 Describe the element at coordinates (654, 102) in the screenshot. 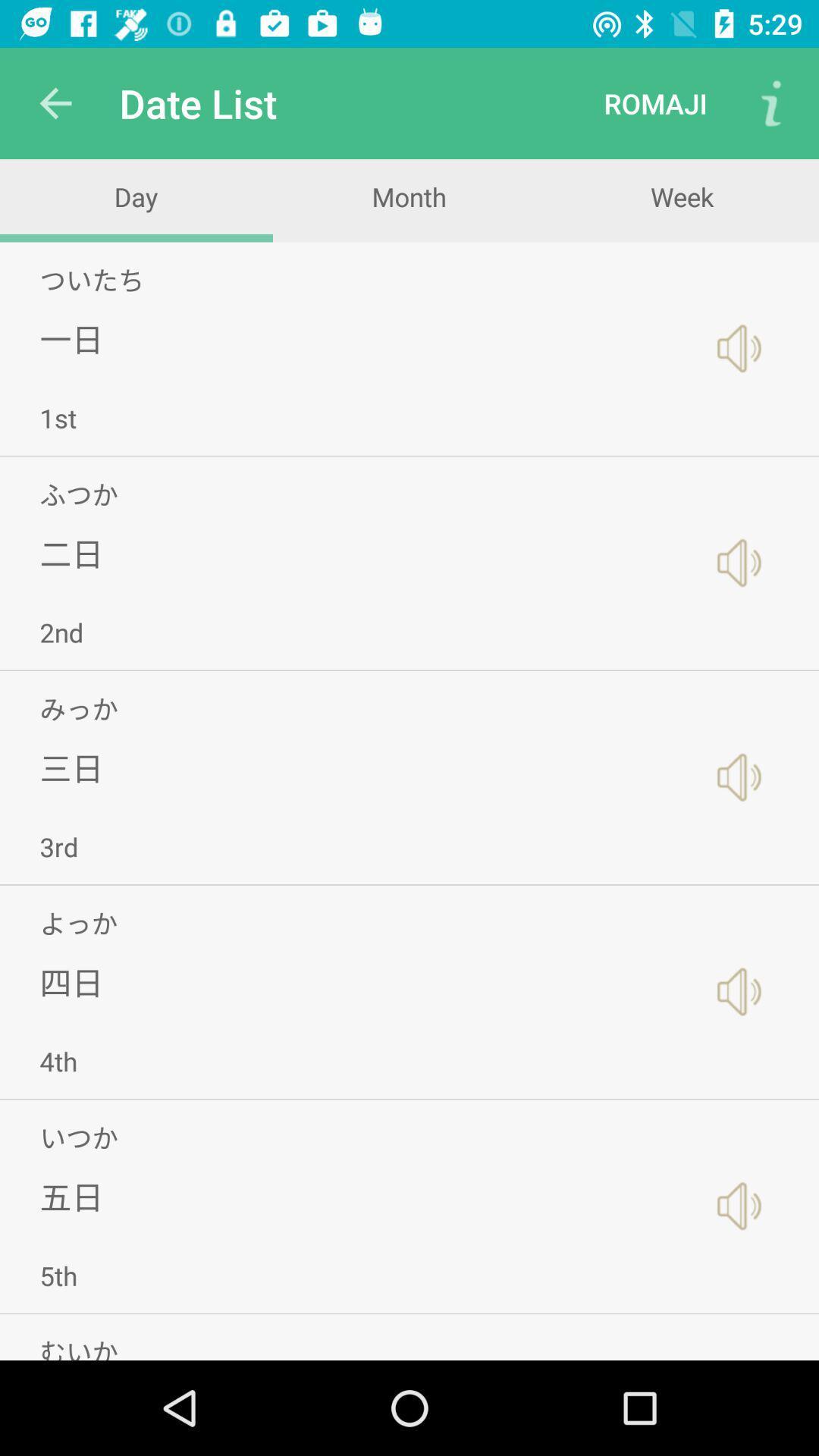

I see `the romaji icon` at that location.